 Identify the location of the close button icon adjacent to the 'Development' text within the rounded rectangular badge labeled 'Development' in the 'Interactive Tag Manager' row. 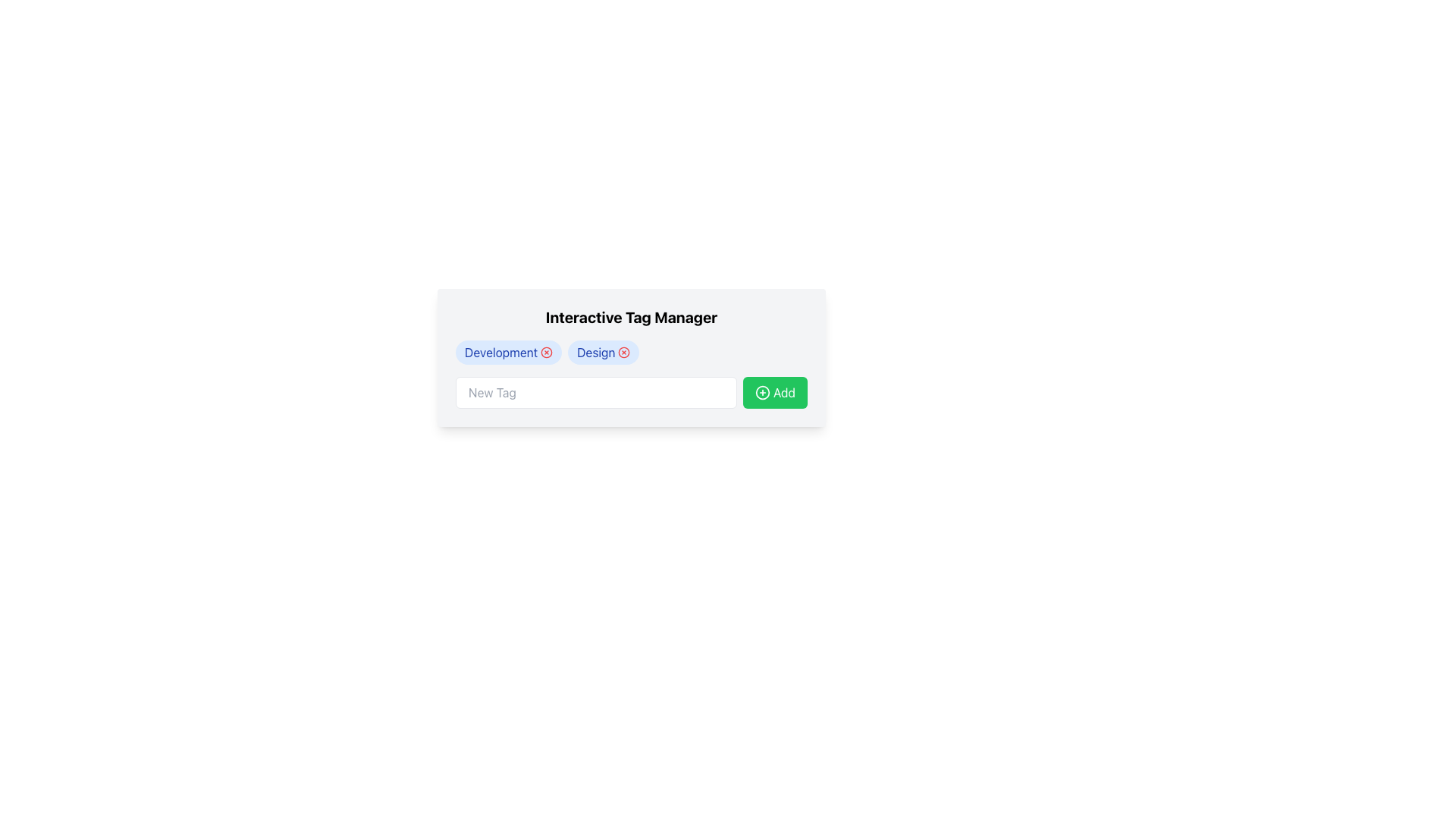
(546, 353).